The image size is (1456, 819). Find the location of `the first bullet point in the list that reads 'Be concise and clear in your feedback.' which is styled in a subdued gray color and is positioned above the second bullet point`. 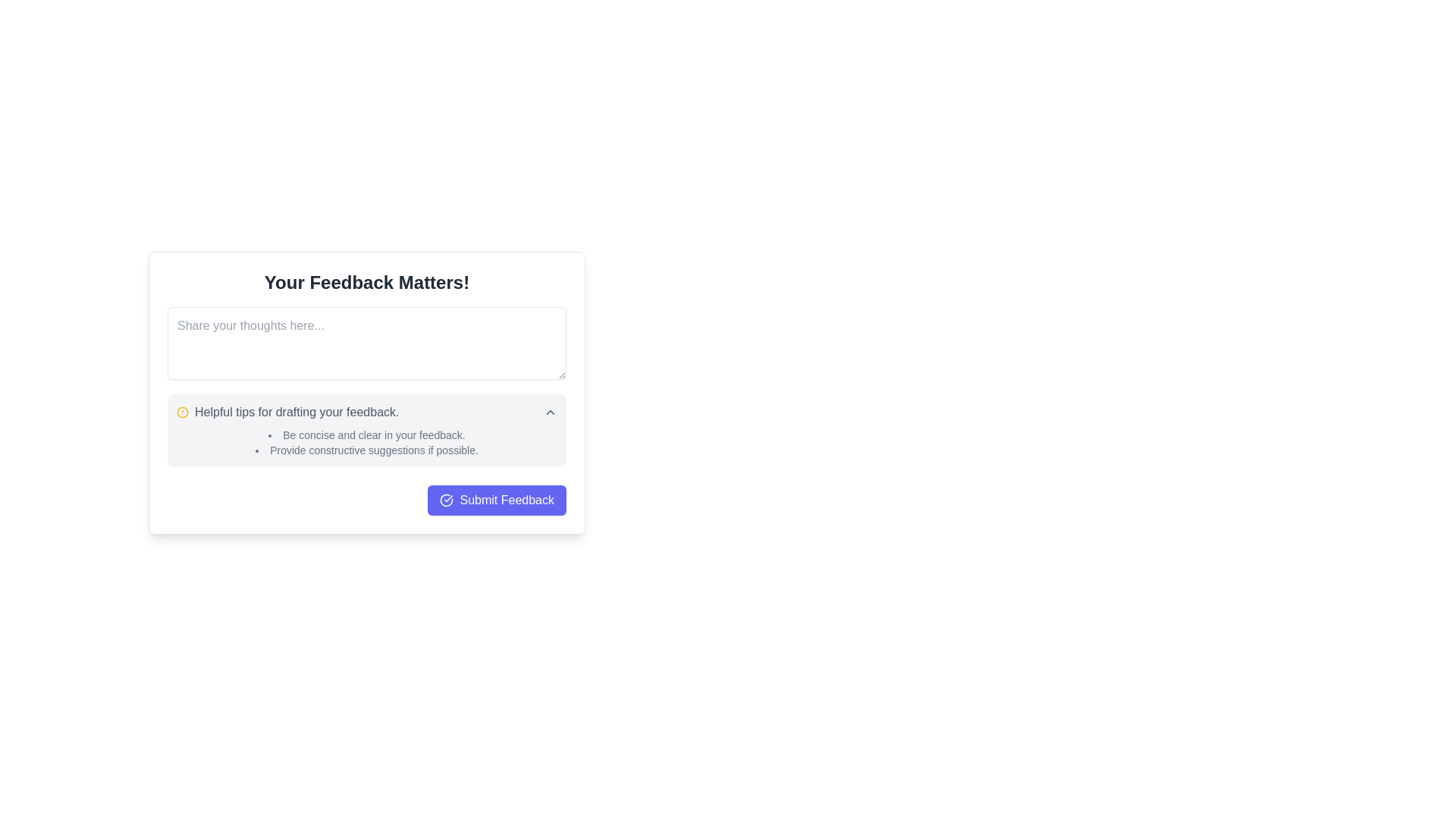

the first bullet point in the list that reads 'Be concise and clear in your feedback.' which is styled in a subdued gray color and is positioned above the second bullet point is located at coordinates (367, 435).